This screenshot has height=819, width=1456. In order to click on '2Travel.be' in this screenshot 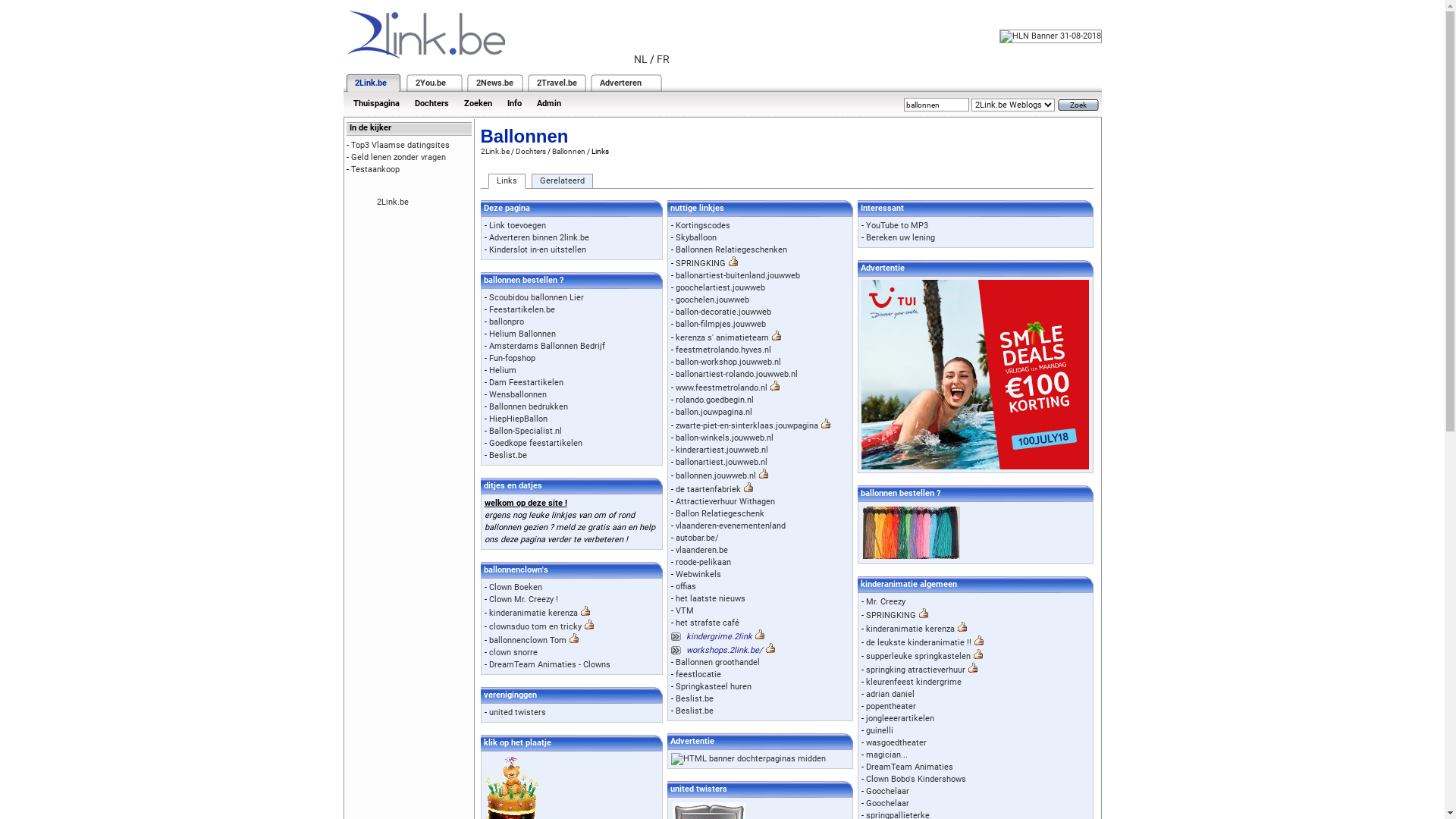, I will do `click(556, 83)`.